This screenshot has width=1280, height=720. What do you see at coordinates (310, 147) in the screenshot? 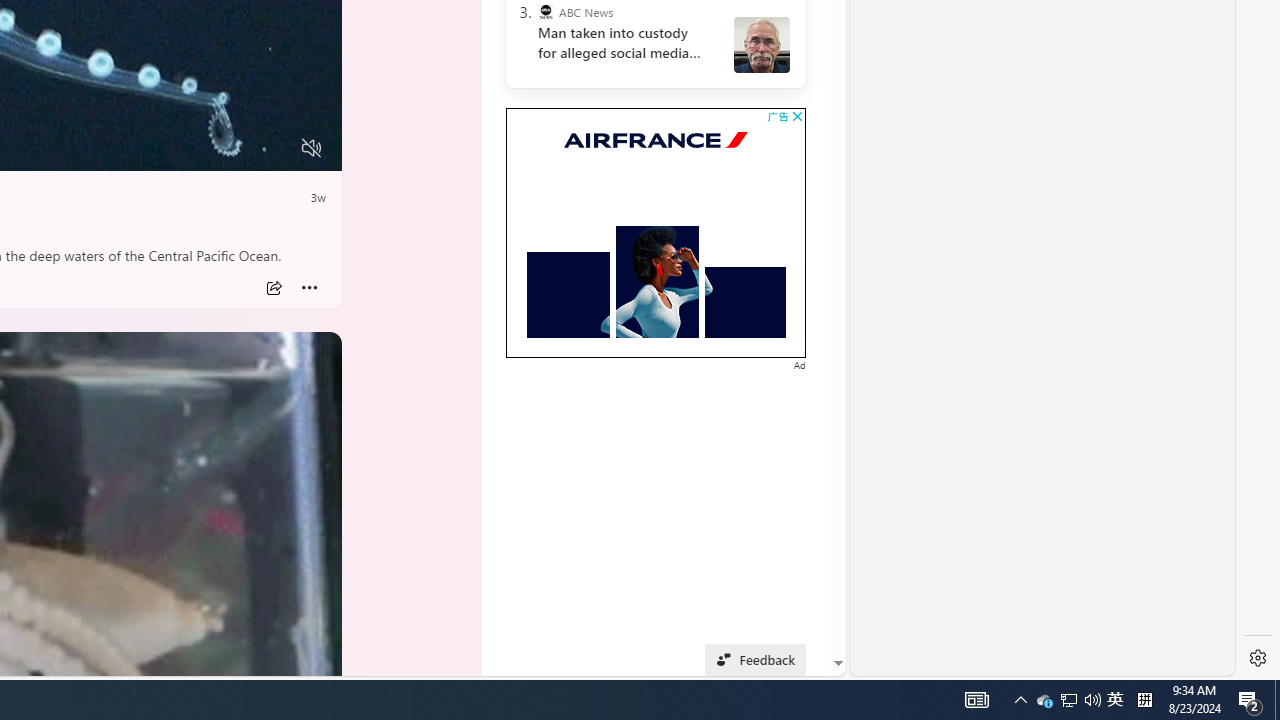
I see `'Unmute'` at bounding box center [310, 147].